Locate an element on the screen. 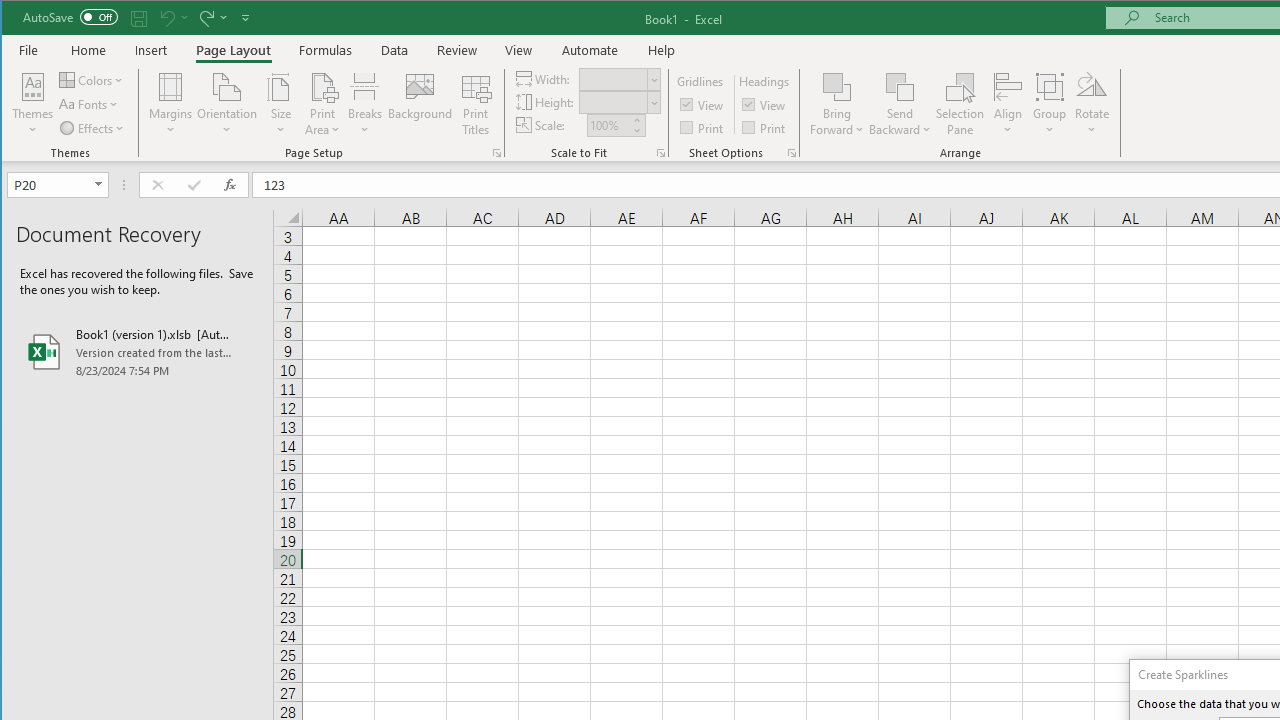 Image resolution: width=1280 pixels, height=720 pixels. 'Themes' is located at coordinates (33, 104).